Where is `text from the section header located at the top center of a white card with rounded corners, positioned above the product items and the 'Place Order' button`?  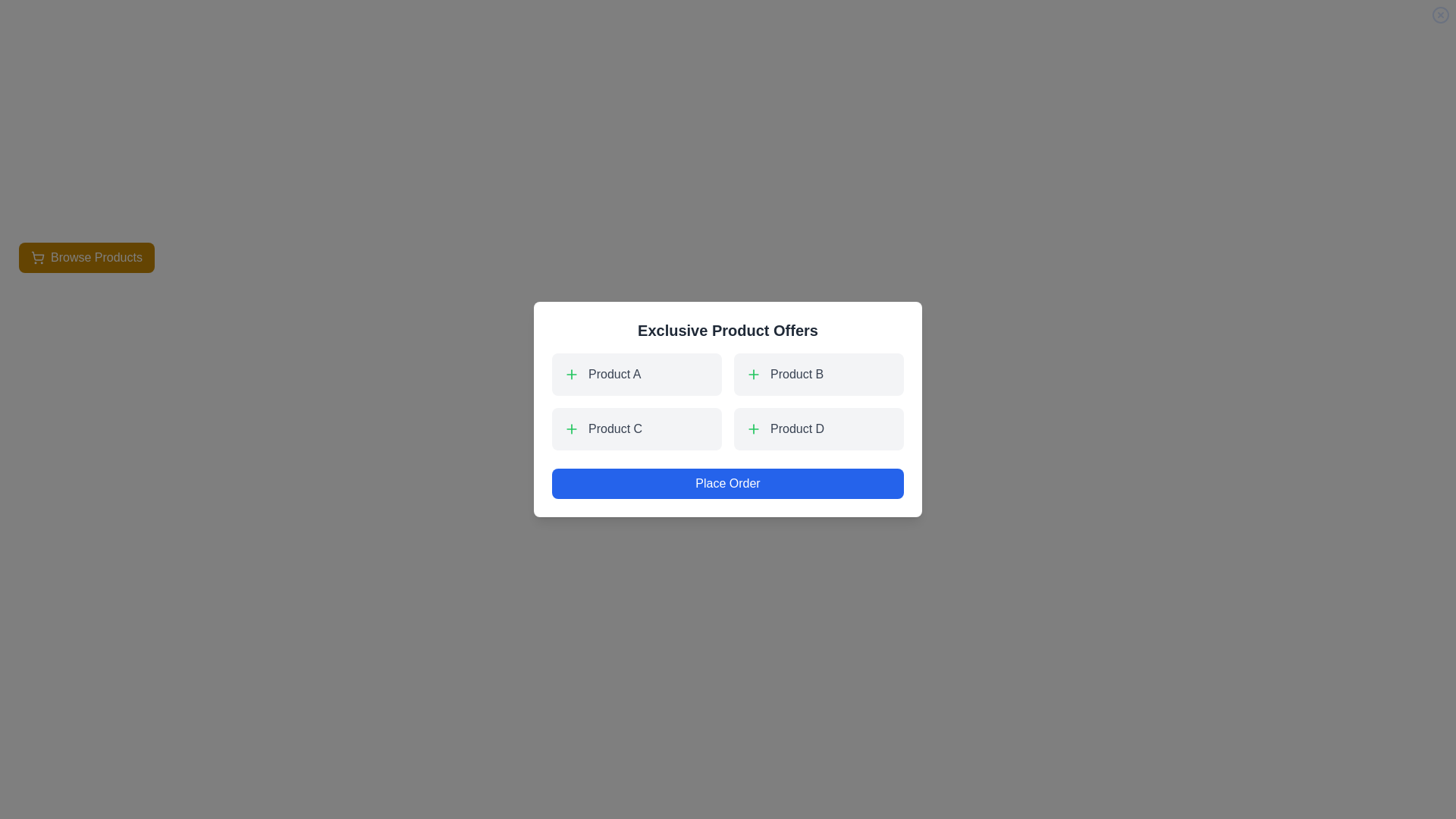
text from the section header located at the top center of a white card with rounded corners, positioned above the product items and the 'Place Order' button is located at coordinates (728, 329).